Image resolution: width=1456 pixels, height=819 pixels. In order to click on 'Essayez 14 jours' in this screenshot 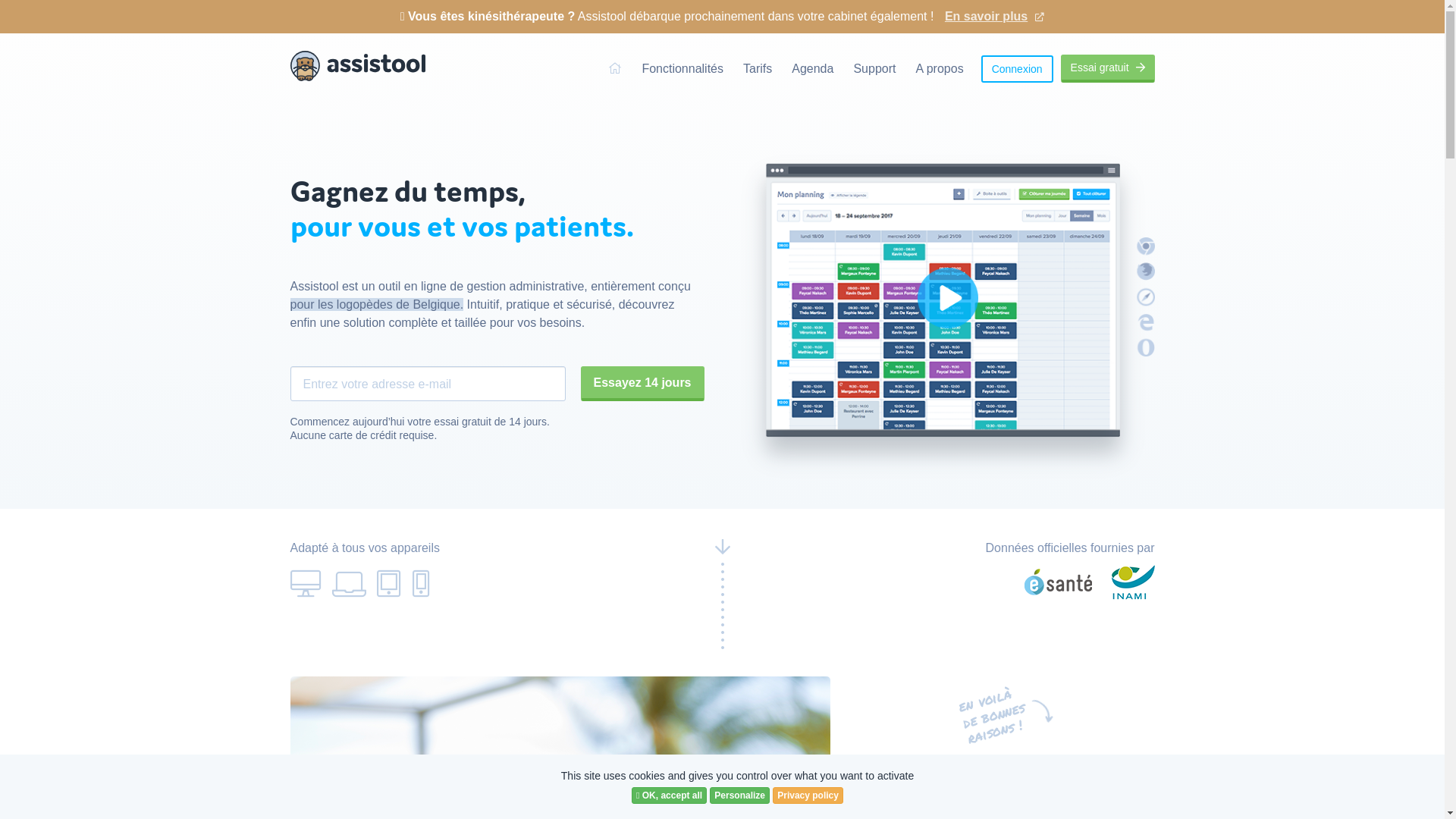, I will do `click(642, 382)`.